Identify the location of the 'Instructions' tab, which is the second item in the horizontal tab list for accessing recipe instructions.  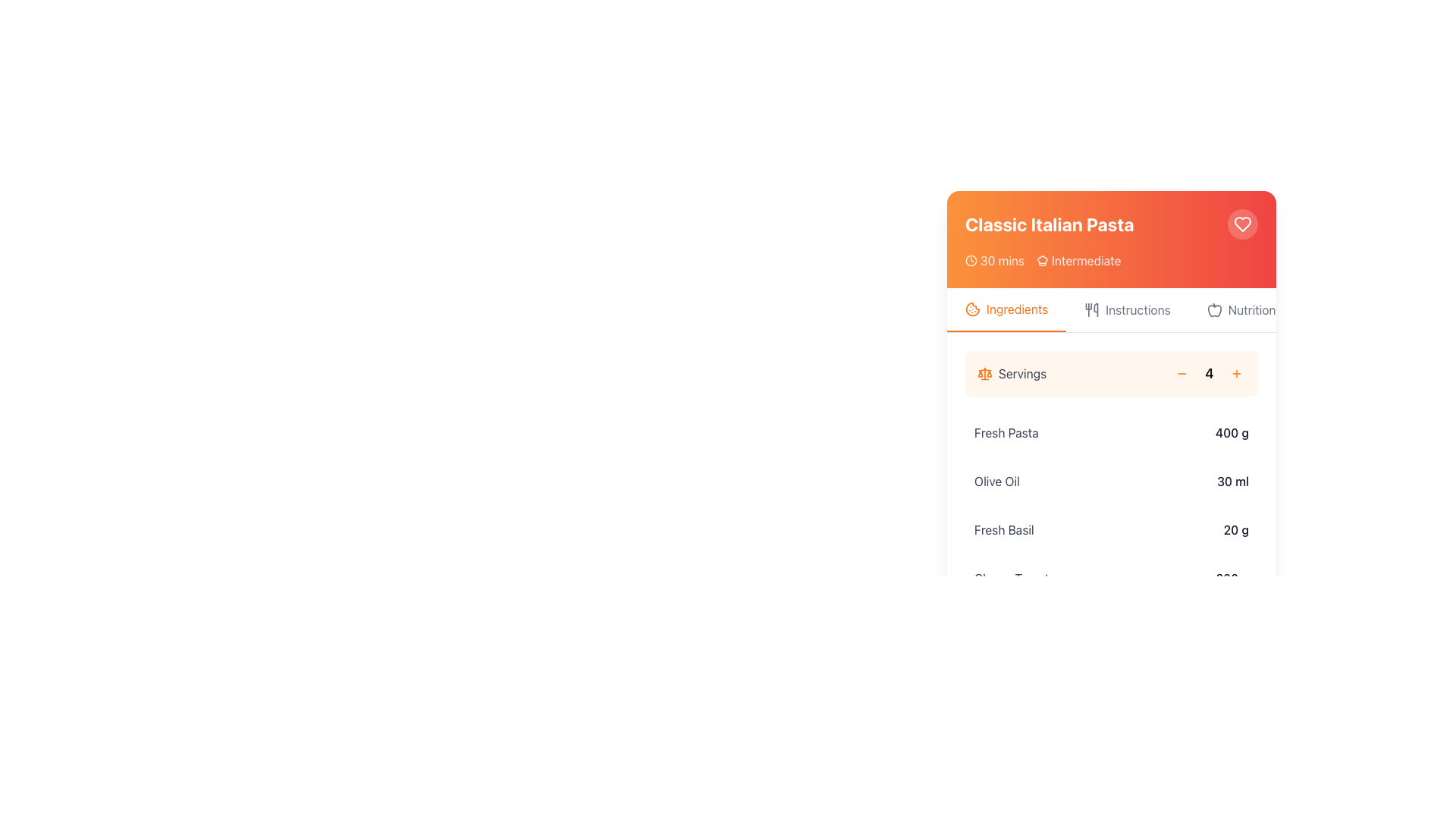
(1128, 309).